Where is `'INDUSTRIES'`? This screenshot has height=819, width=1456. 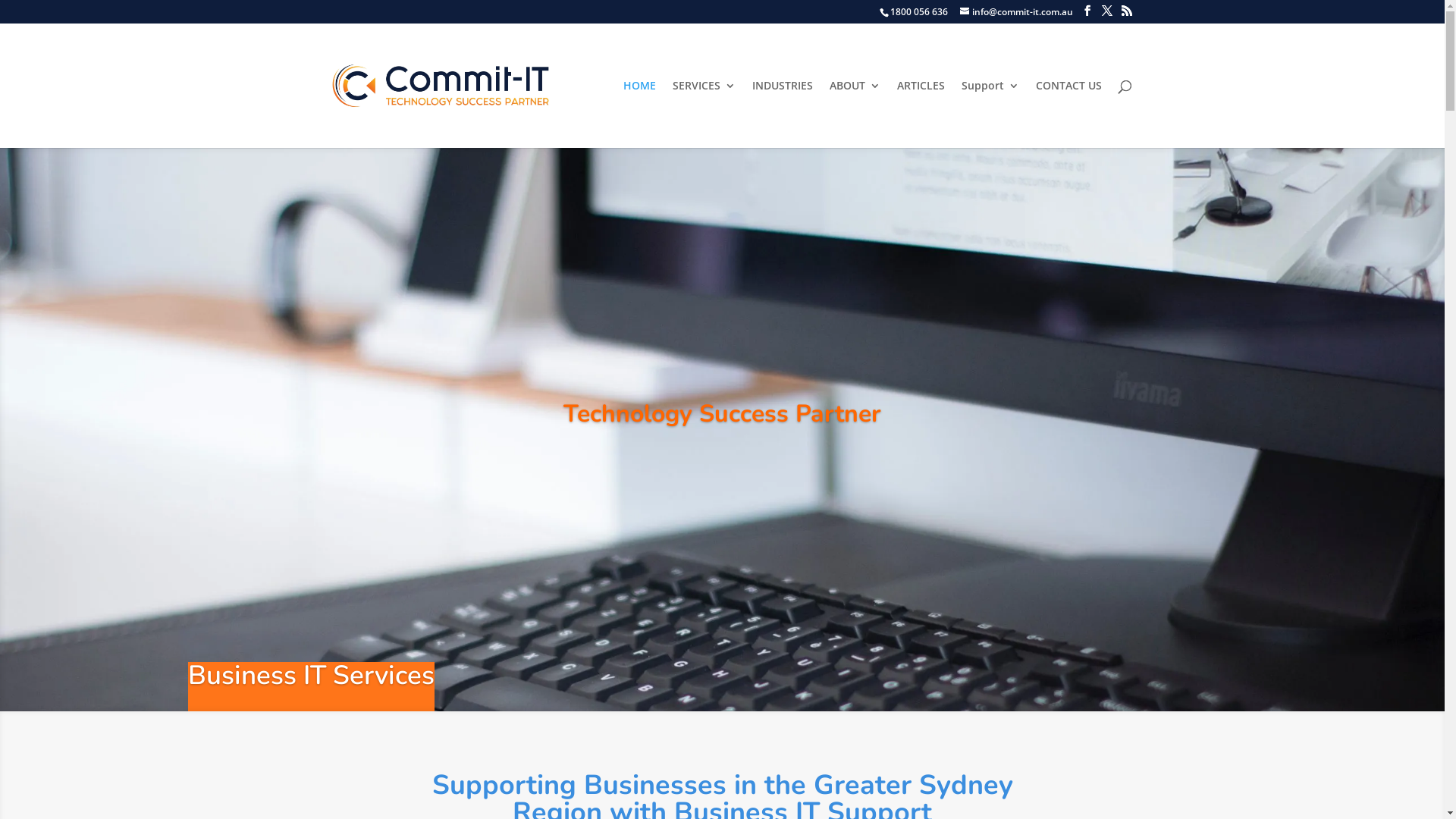
'INDUSTRIES' is located at coordinates (752, 113).